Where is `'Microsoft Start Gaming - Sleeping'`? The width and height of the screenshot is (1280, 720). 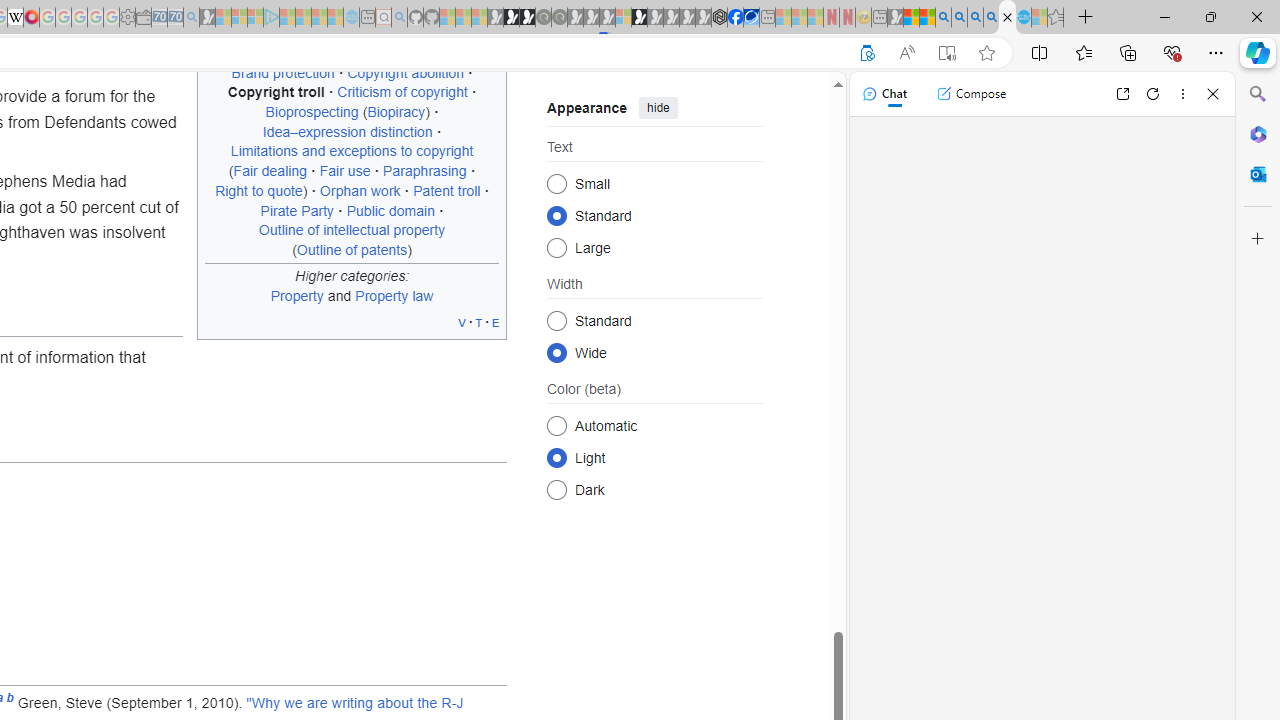 'Microsoft Start Gaming - Sleeping' is located at coordinates (207, 17).